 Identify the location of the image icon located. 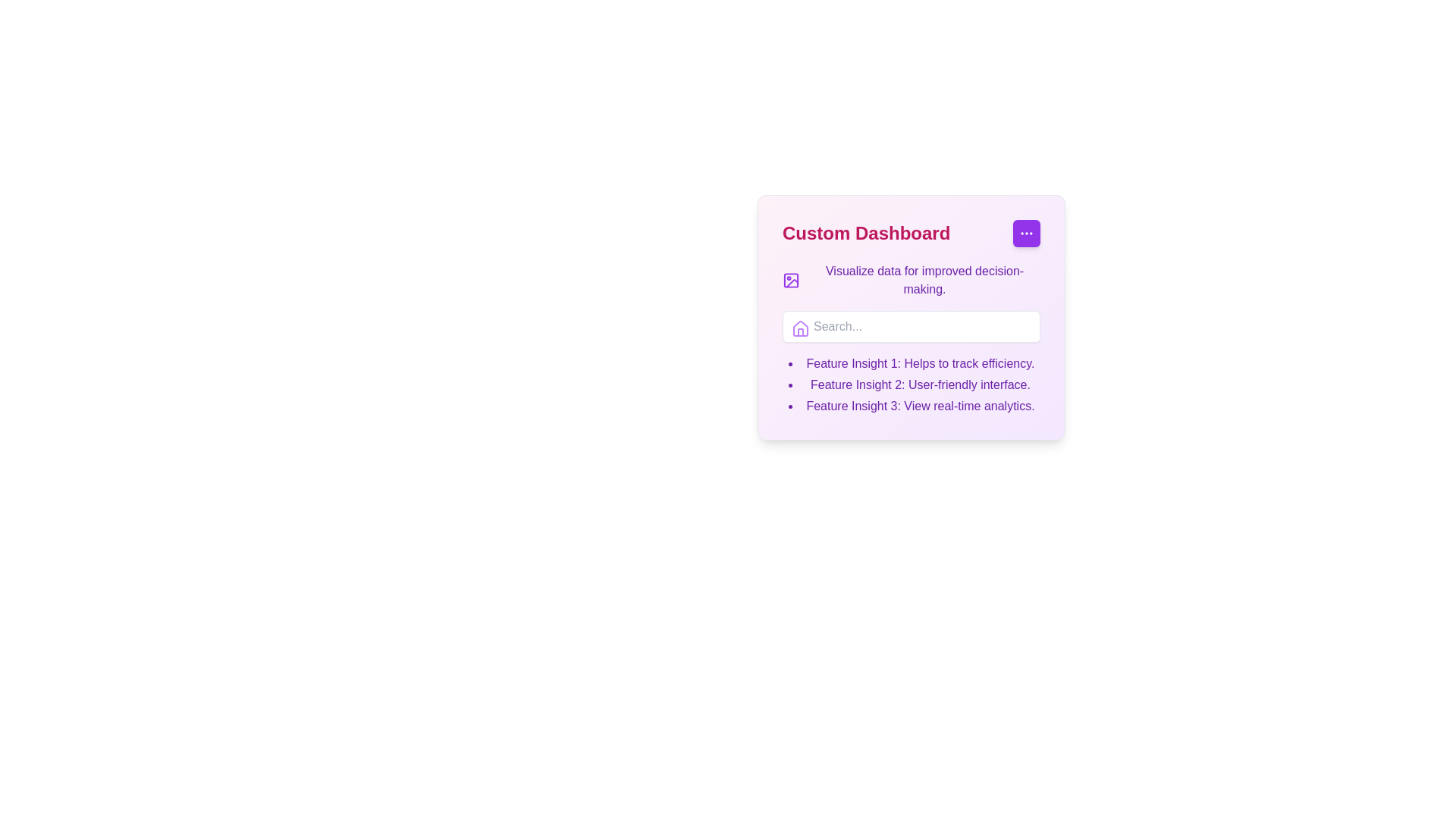
(790, 281).